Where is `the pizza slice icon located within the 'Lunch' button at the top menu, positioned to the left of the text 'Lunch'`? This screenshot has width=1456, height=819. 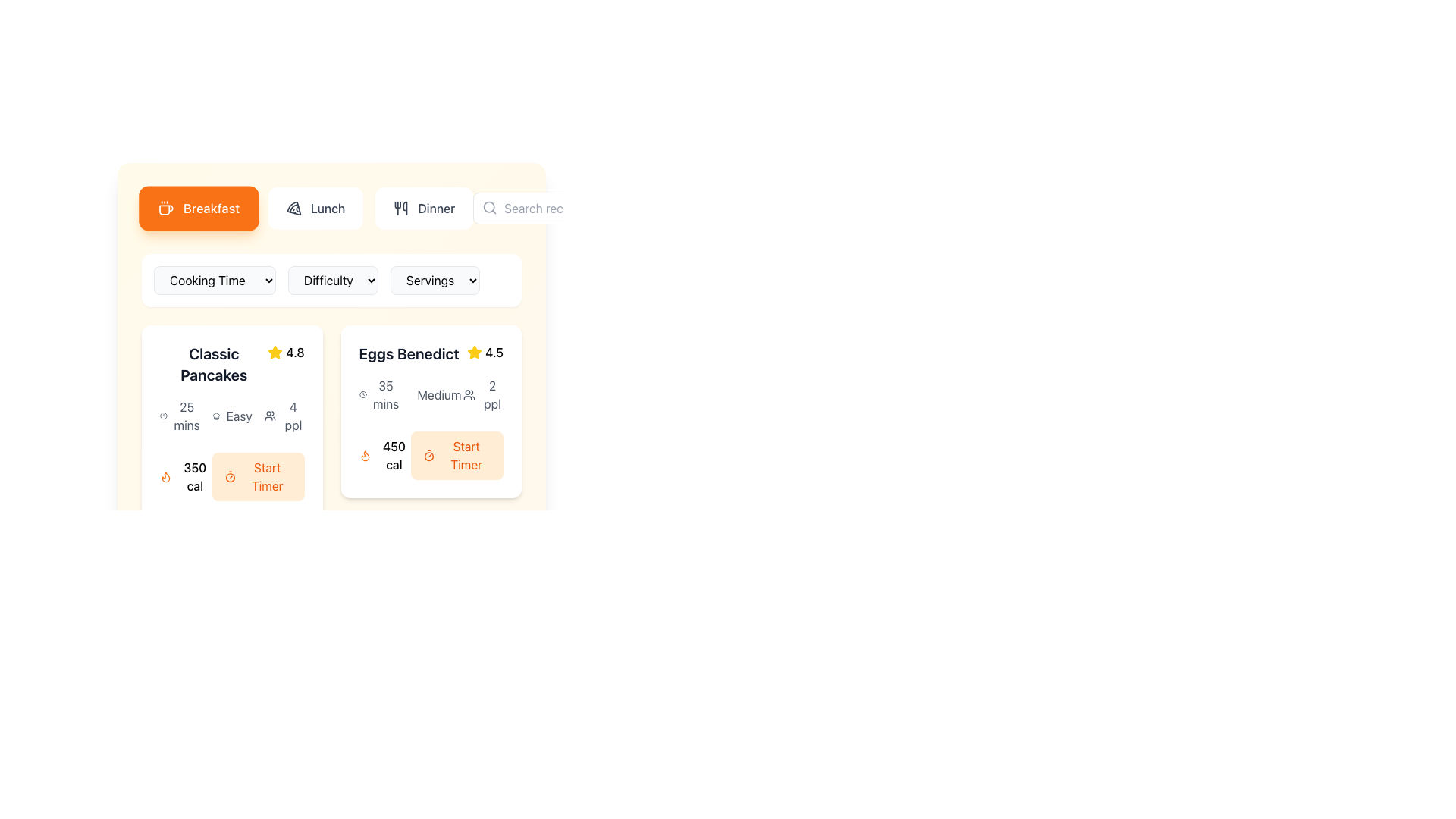
the pizza slice icon located within the 'Lunch' button at the top menu, positioned to the left of the text 'Lunch' is located at coordinates (293, 208).